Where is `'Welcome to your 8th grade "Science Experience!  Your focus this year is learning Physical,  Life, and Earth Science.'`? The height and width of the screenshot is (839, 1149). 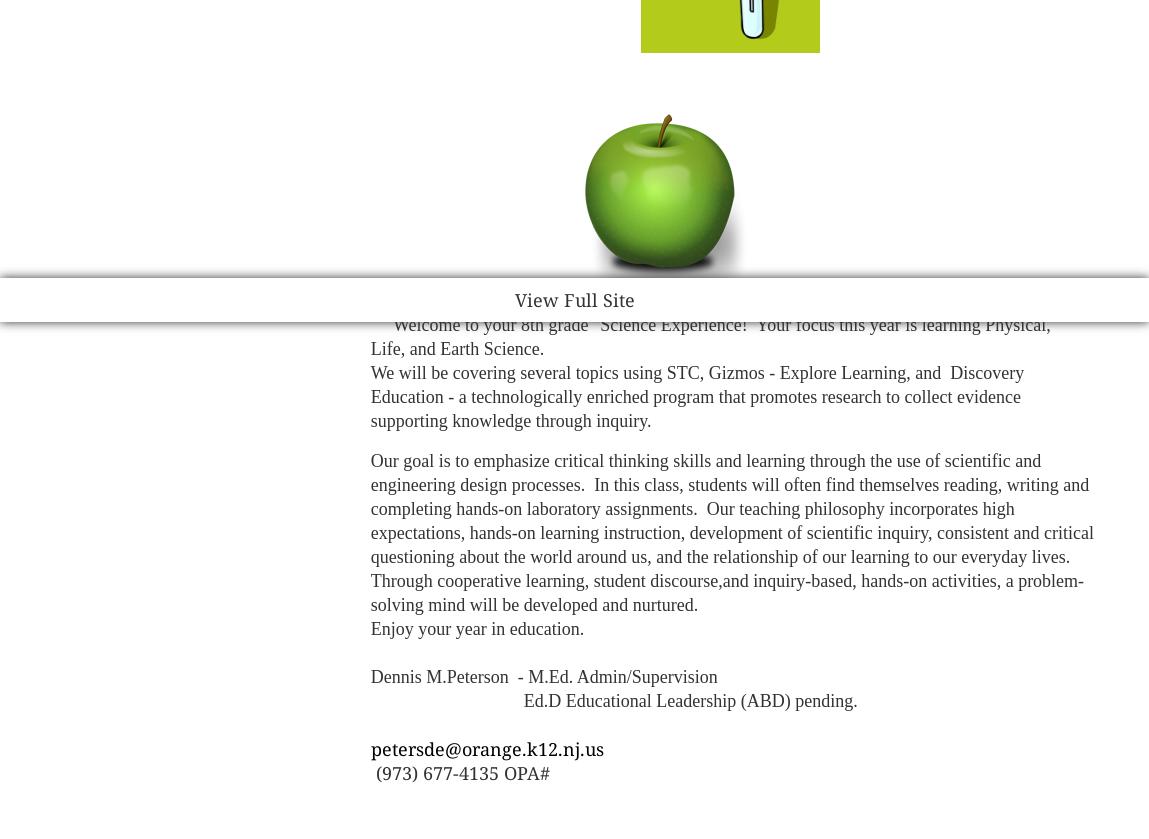 'Welcome to your 8th grade "Science Experience!  Your focus this year is learning Physical,  Life, and Earth Science.' is located at coordinates (712, 337).